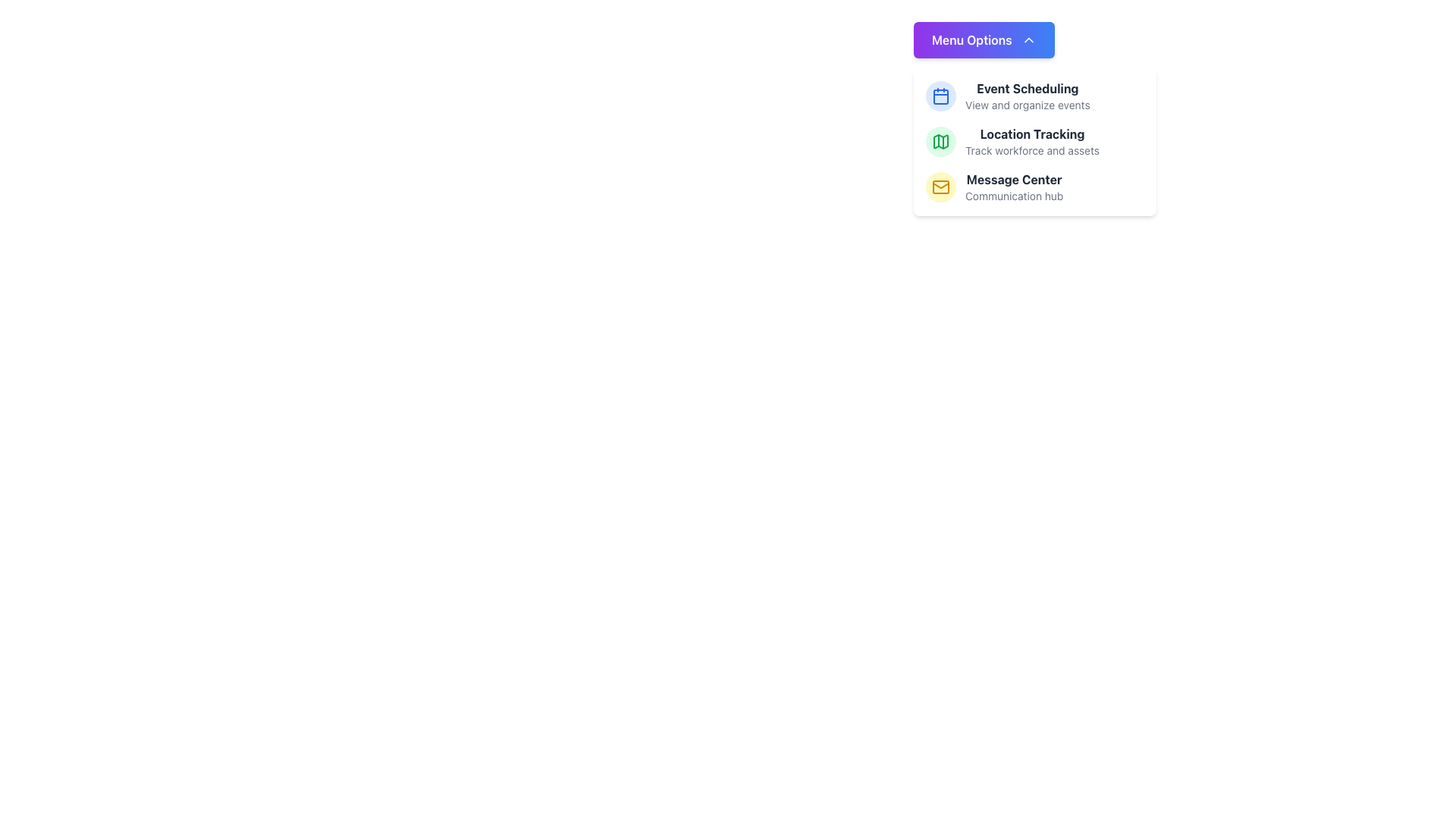 The image size is (1456, 819). What do you see at coordinates (1031, 133) in the screenshot?
I see `the Text Label displaying 'Location Tracking' in bold dark gray font, which is located in the third menu item under the 'Menu Options' section, positioned between 'Event Scheduling' and 'Message Center'` at bounding box center [1031, 133].